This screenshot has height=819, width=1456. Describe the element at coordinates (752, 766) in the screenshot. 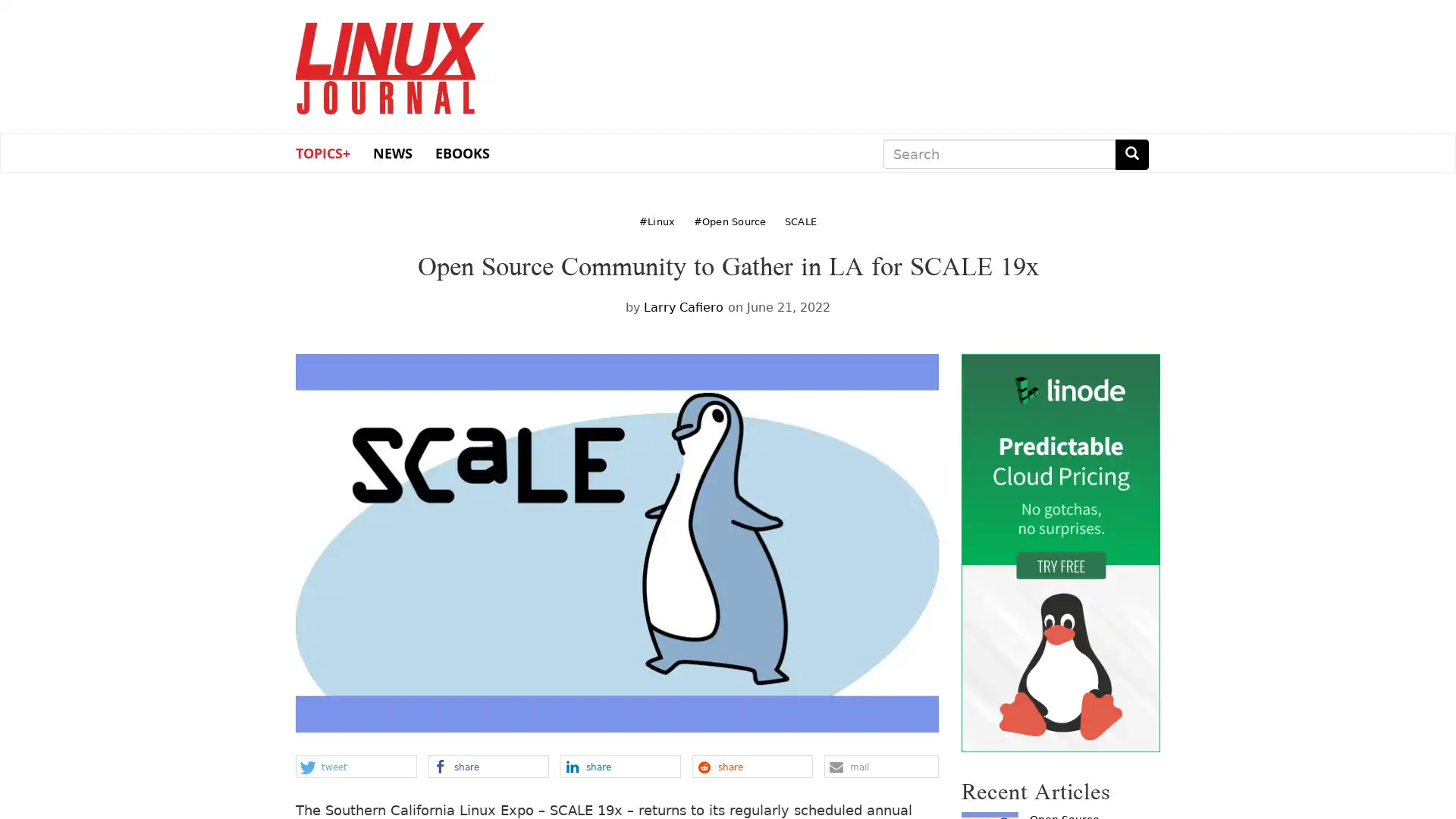

I see `Share on Reddit` at that location.